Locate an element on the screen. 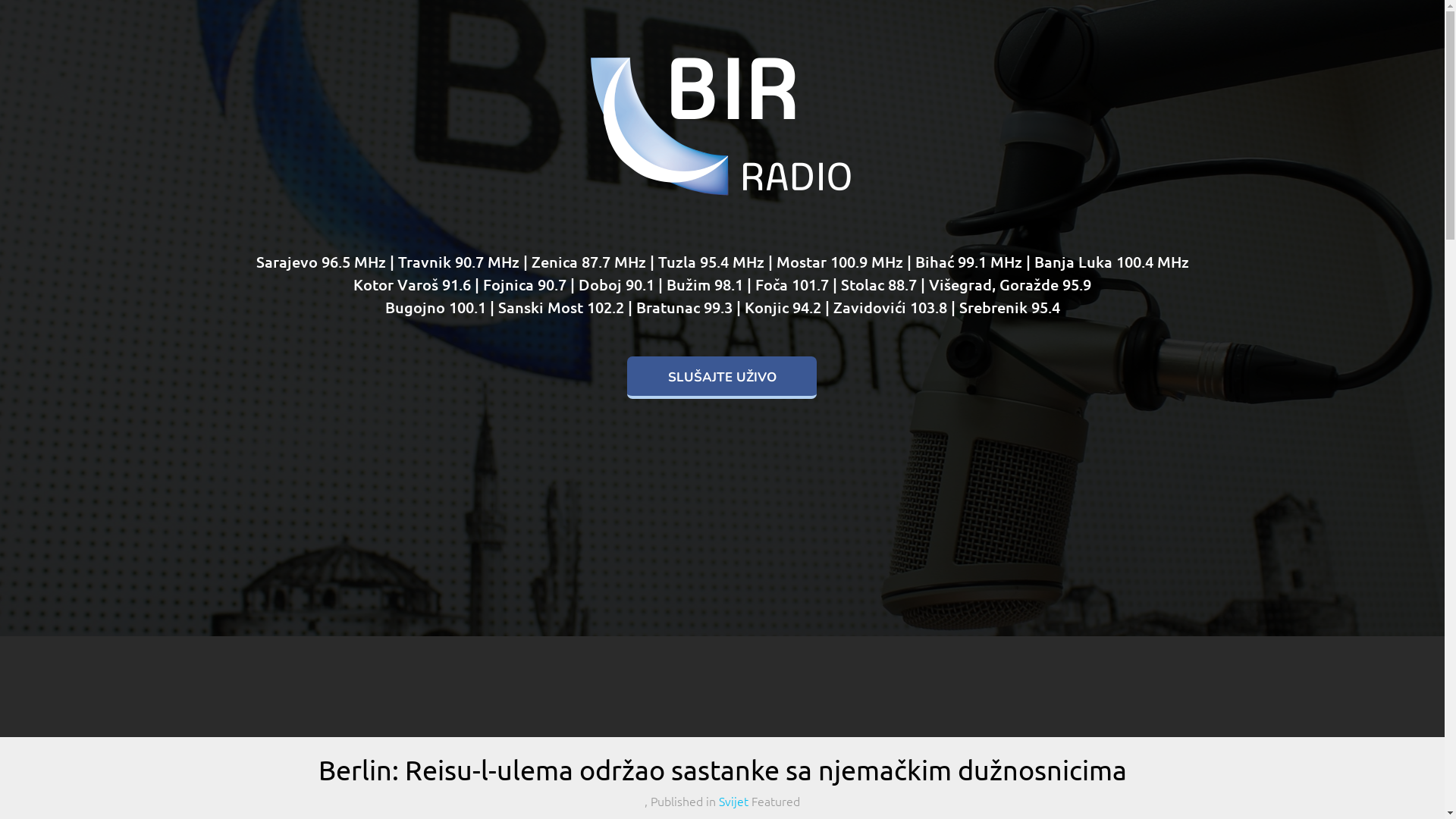 Image resolution: width=1456 pixels, height=819 pixels. 'Svijet' is located at coordinates (733, 800).